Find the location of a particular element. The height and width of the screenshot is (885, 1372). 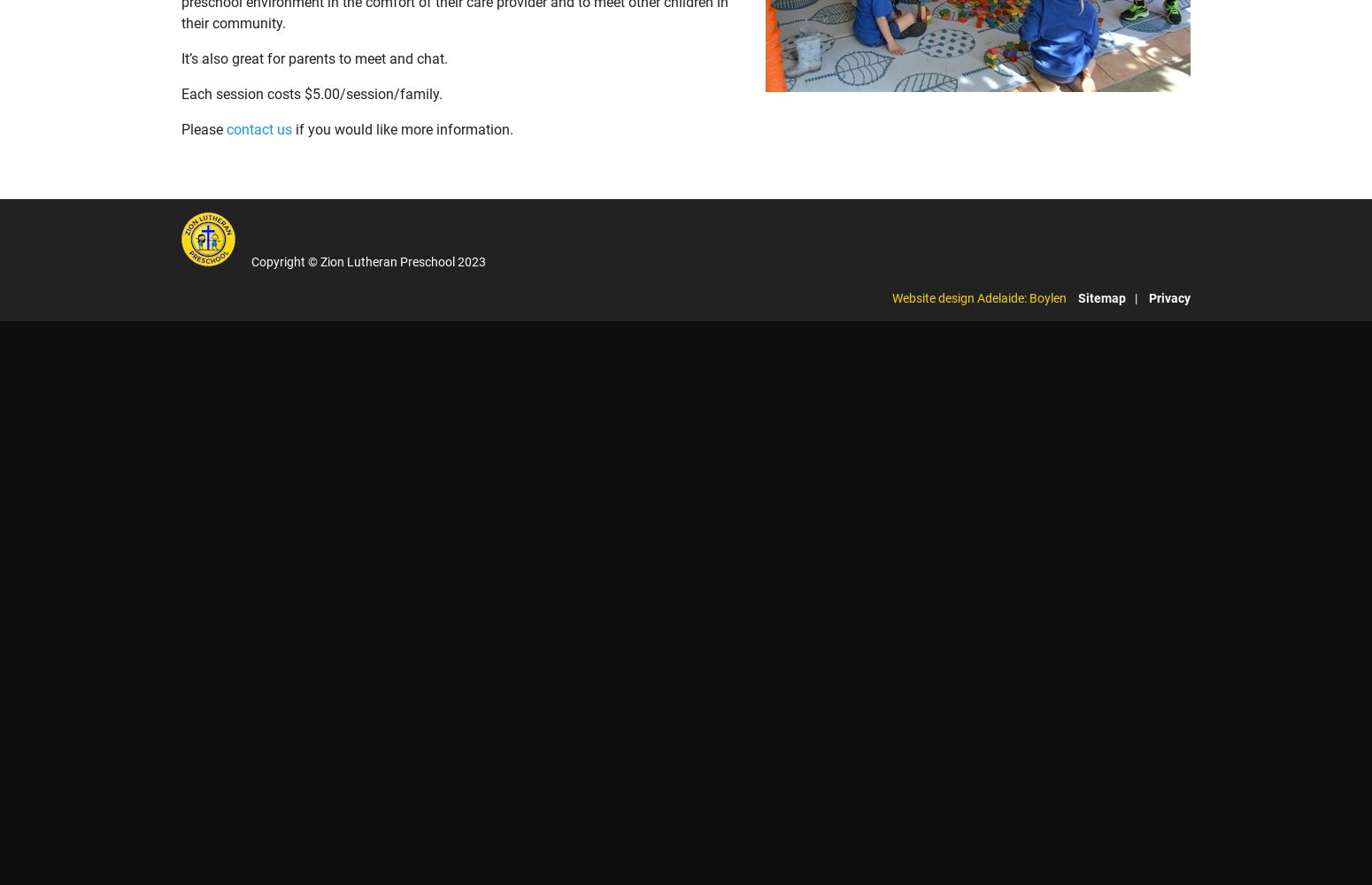

'It’s also great for parents to meet and chat.' is located at coordinates (313, 57).